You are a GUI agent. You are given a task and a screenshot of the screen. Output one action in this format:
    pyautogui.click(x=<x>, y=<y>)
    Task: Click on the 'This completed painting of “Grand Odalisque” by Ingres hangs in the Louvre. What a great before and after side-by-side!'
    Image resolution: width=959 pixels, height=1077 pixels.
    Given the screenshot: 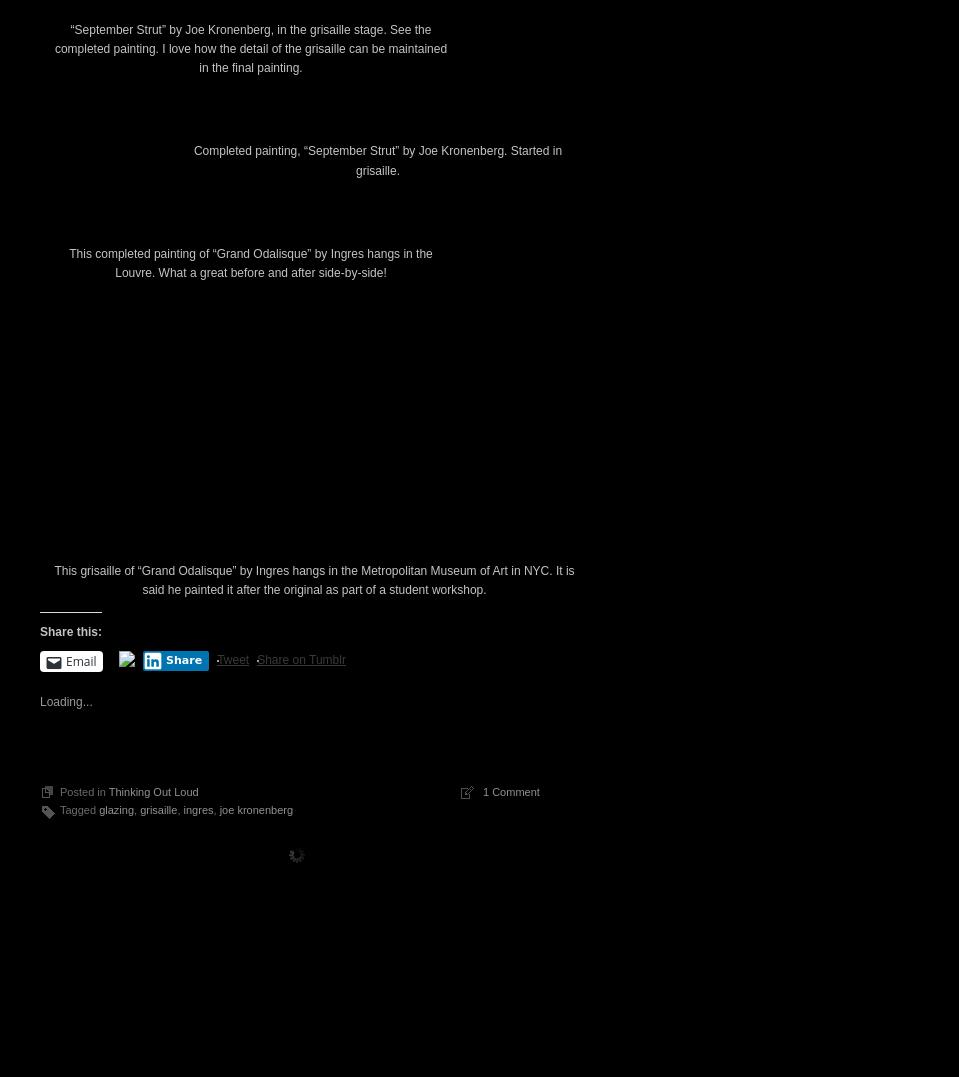 What is the action you would take?
    pyautogui.click(x=250, y=604)
    